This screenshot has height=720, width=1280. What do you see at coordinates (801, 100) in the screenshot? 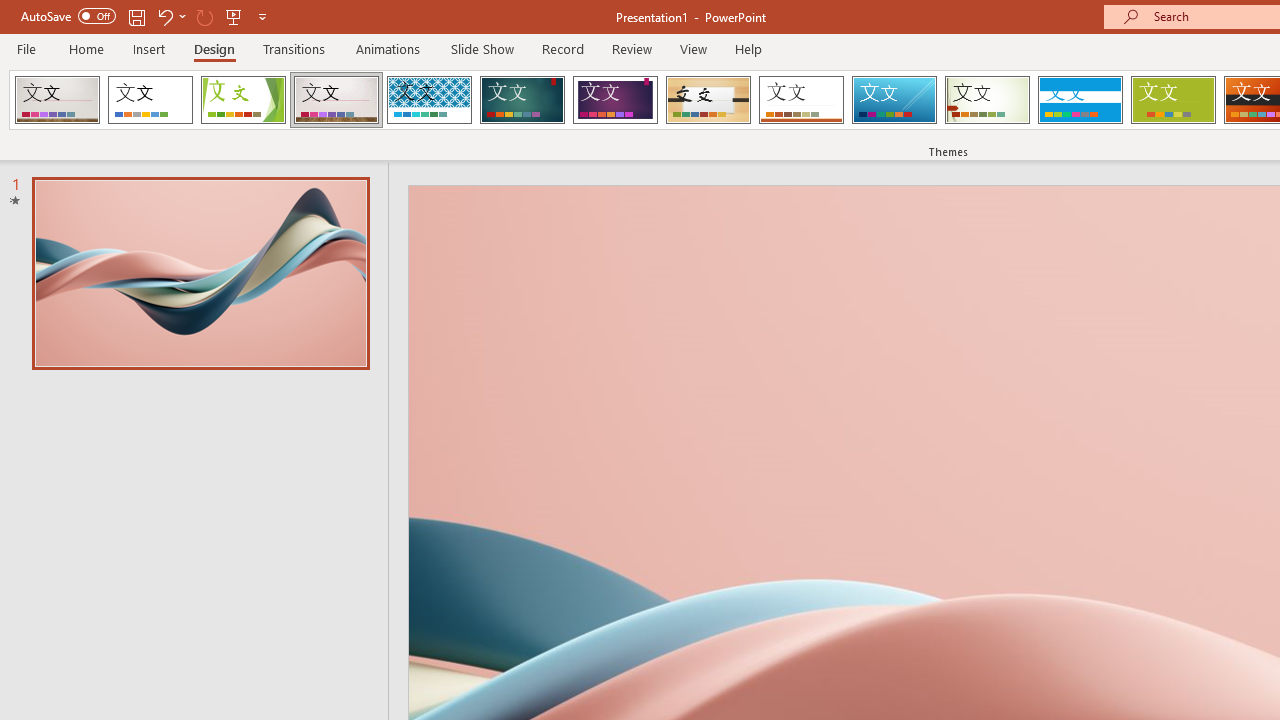
I see `'Retrospect'` at bounding box center [801, 100].